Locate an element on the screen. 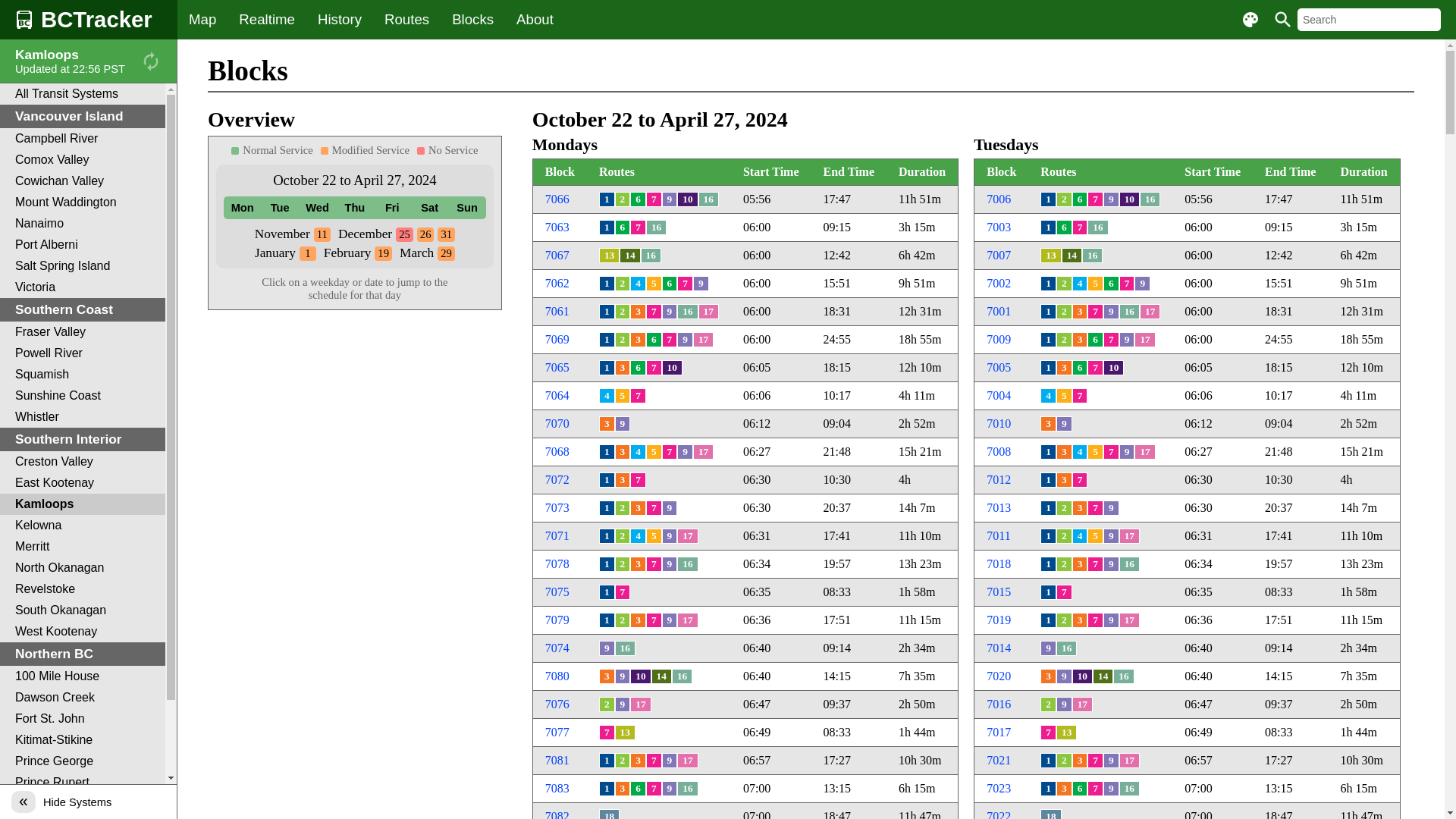  '1' is located at coordinates (607, 368).